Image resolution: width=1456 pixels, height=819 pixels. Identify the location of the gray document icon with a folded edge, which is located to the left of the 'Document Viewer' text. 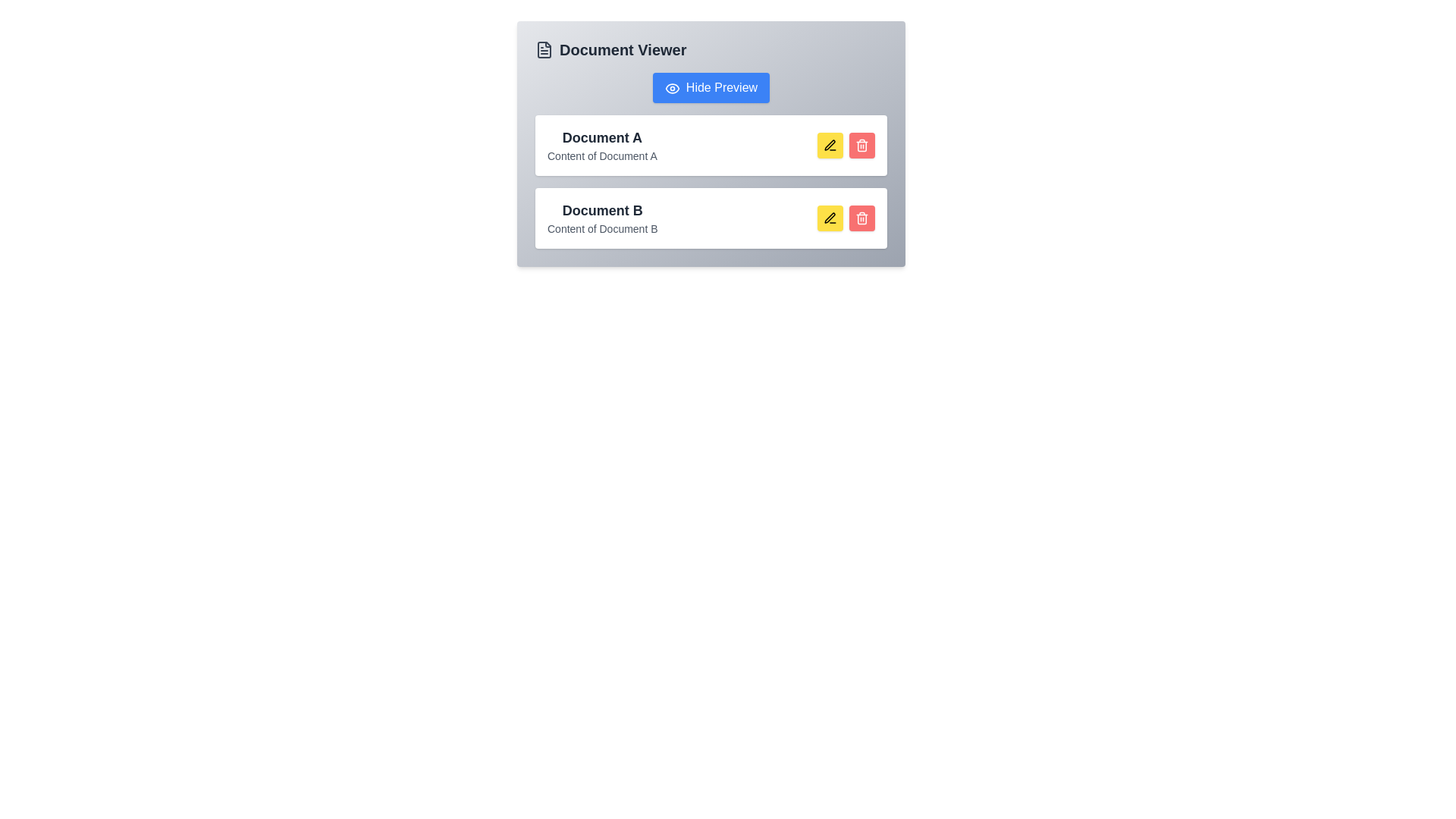
(544, 49).